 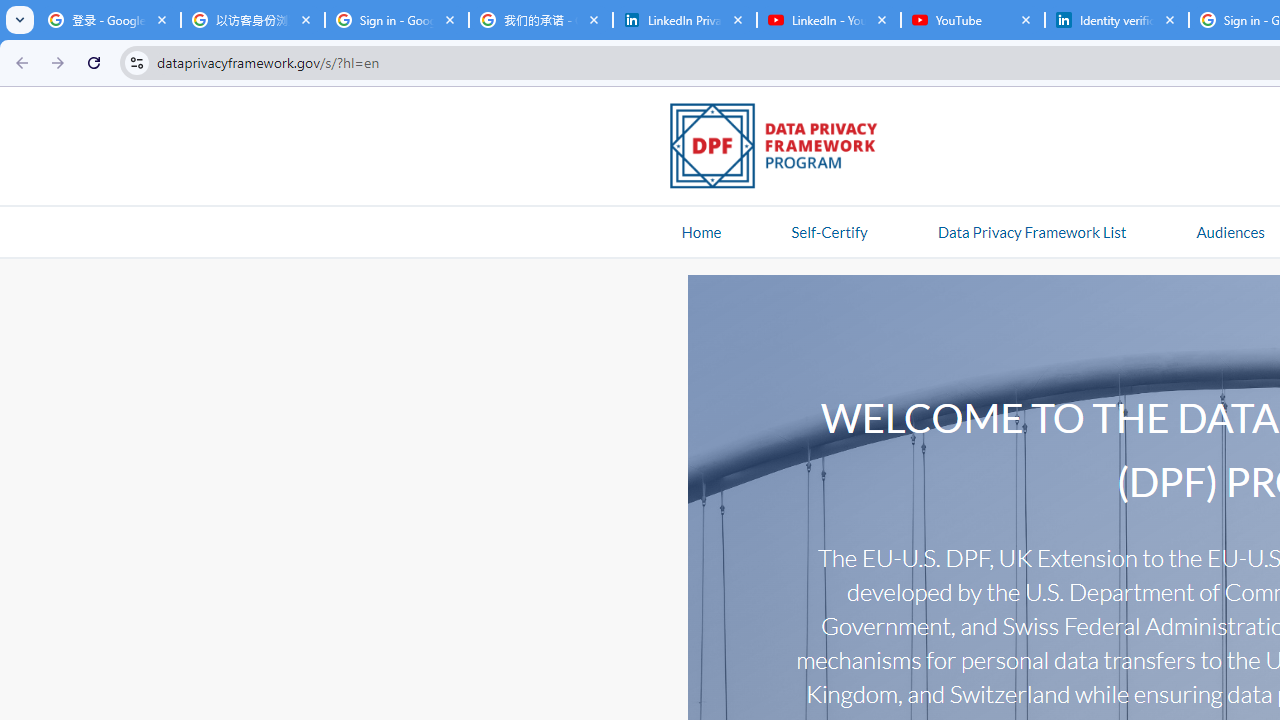 I want to click on 'Audiences', so click(x=1229, y=230).